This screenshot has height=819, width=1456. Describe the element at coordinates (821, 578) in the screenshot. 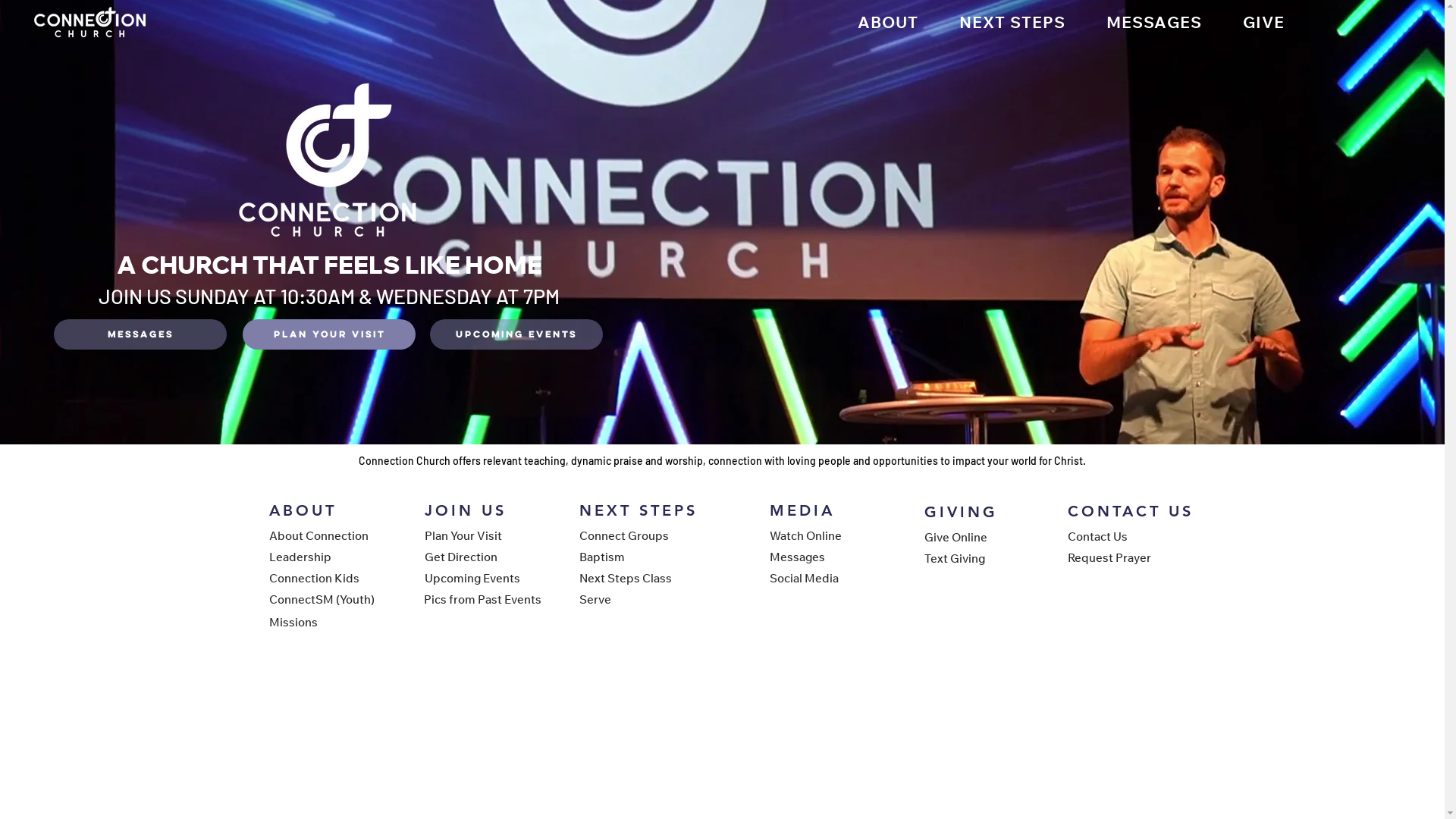

I see `'Social Media'` at that location.